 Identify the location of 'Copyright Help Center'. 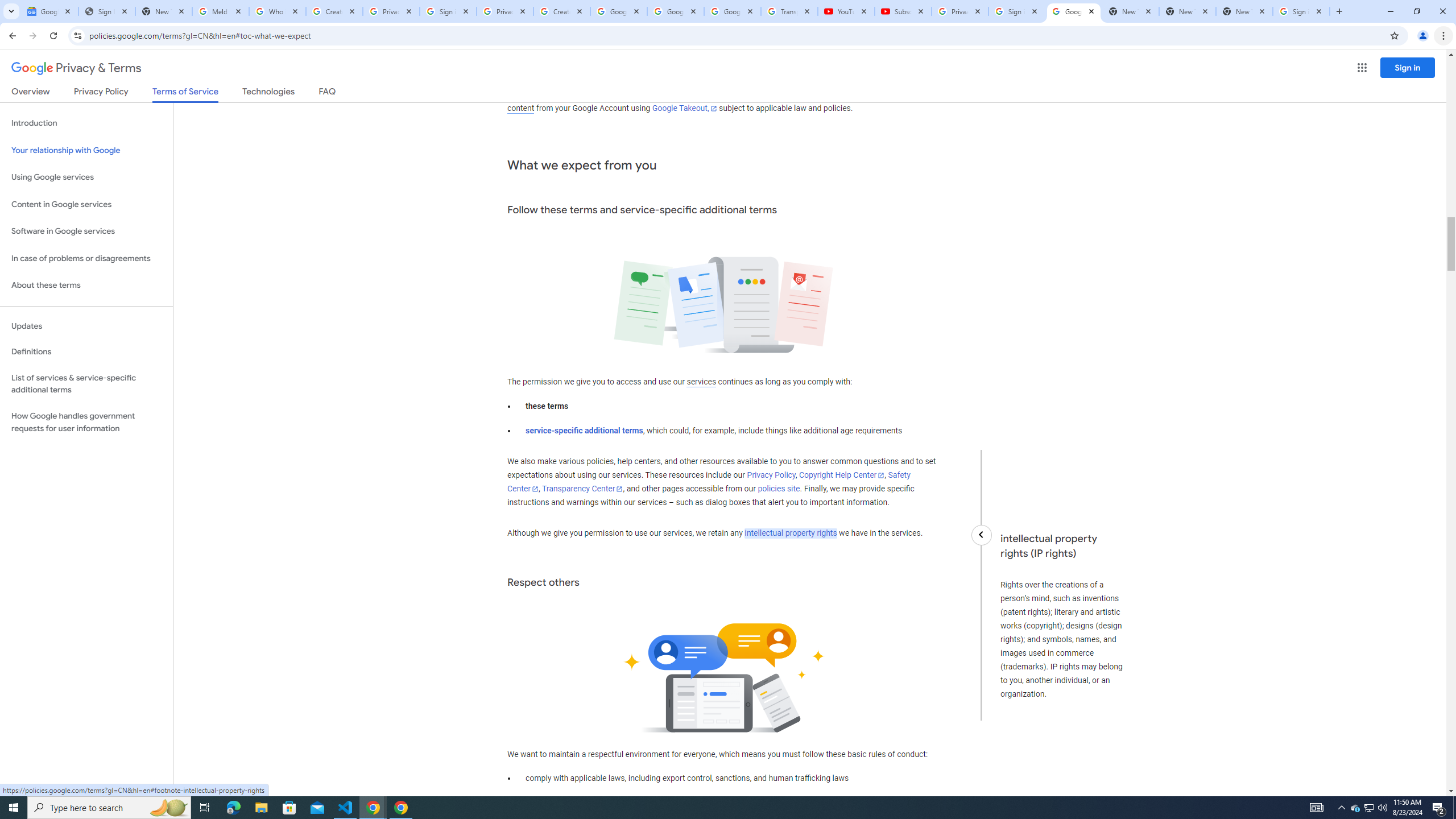
(841, 474).